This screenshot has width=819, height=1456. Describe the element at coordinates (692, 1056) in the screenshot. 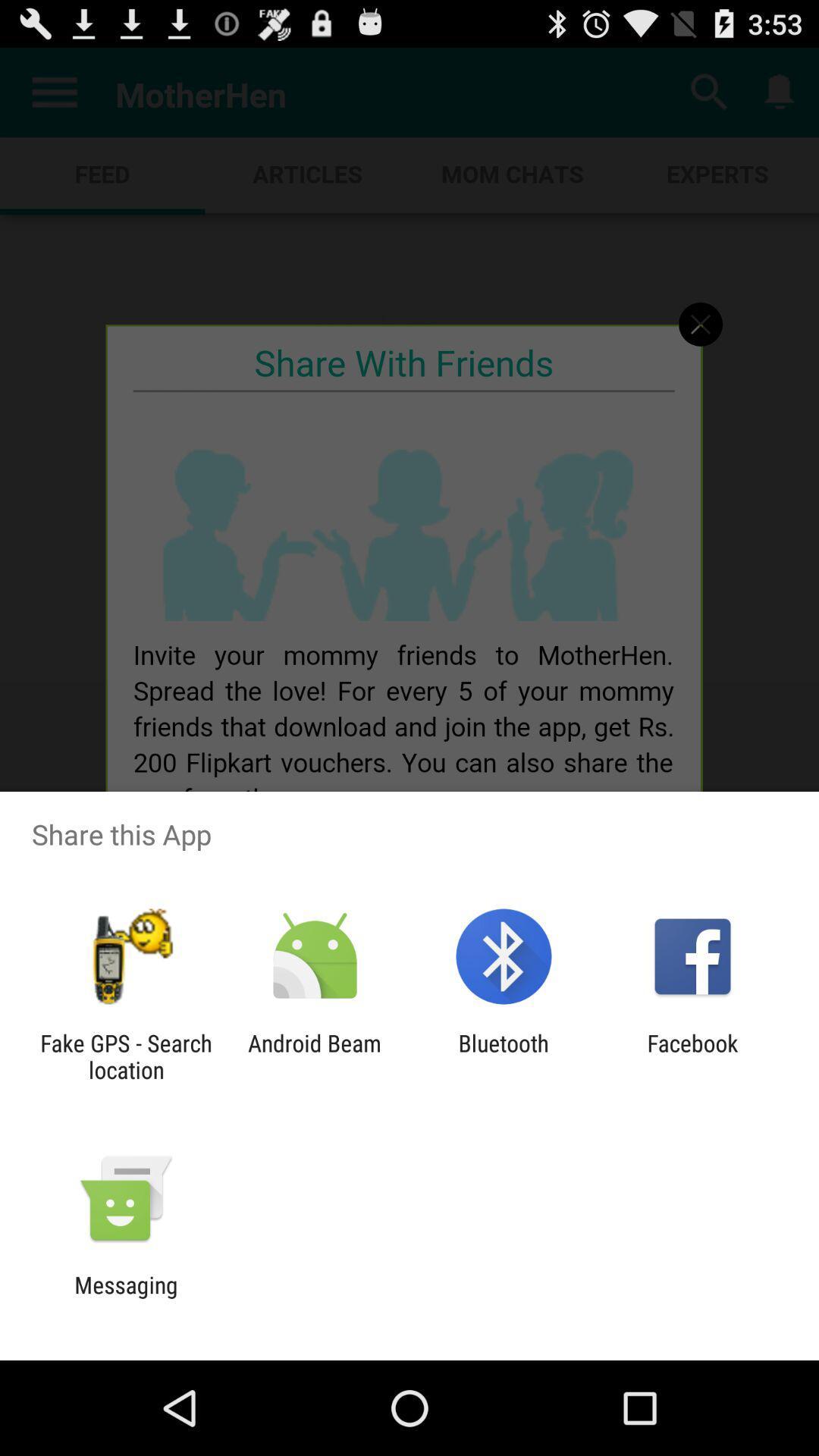

I see `the facebook app` at that location.